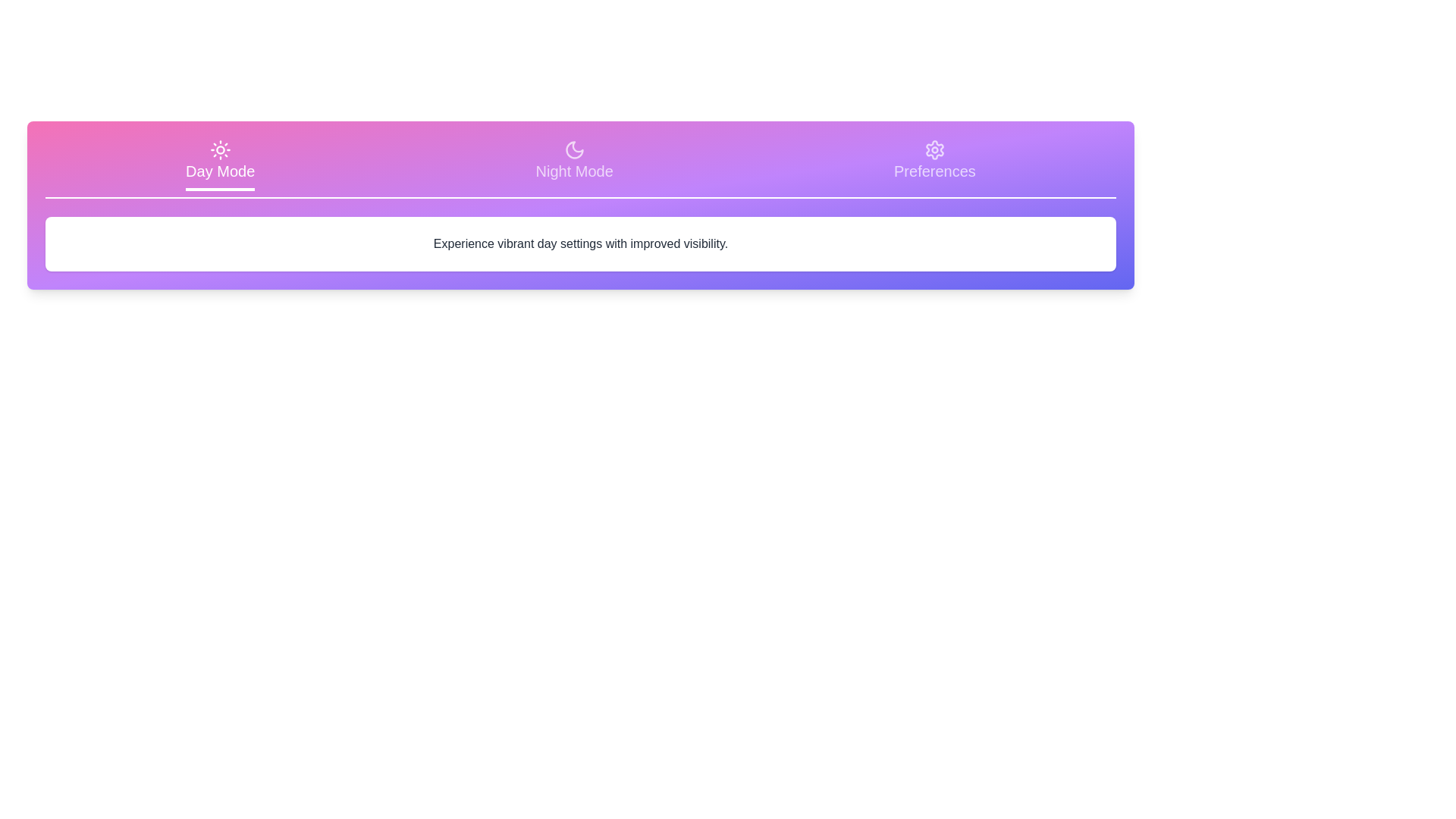 This screenshot has width=1456, height=819. What do you see at coordinates (573, 165) in the screenshot?
I see `the tab corresponding to Night Mode` at bounding box center [573, 165].